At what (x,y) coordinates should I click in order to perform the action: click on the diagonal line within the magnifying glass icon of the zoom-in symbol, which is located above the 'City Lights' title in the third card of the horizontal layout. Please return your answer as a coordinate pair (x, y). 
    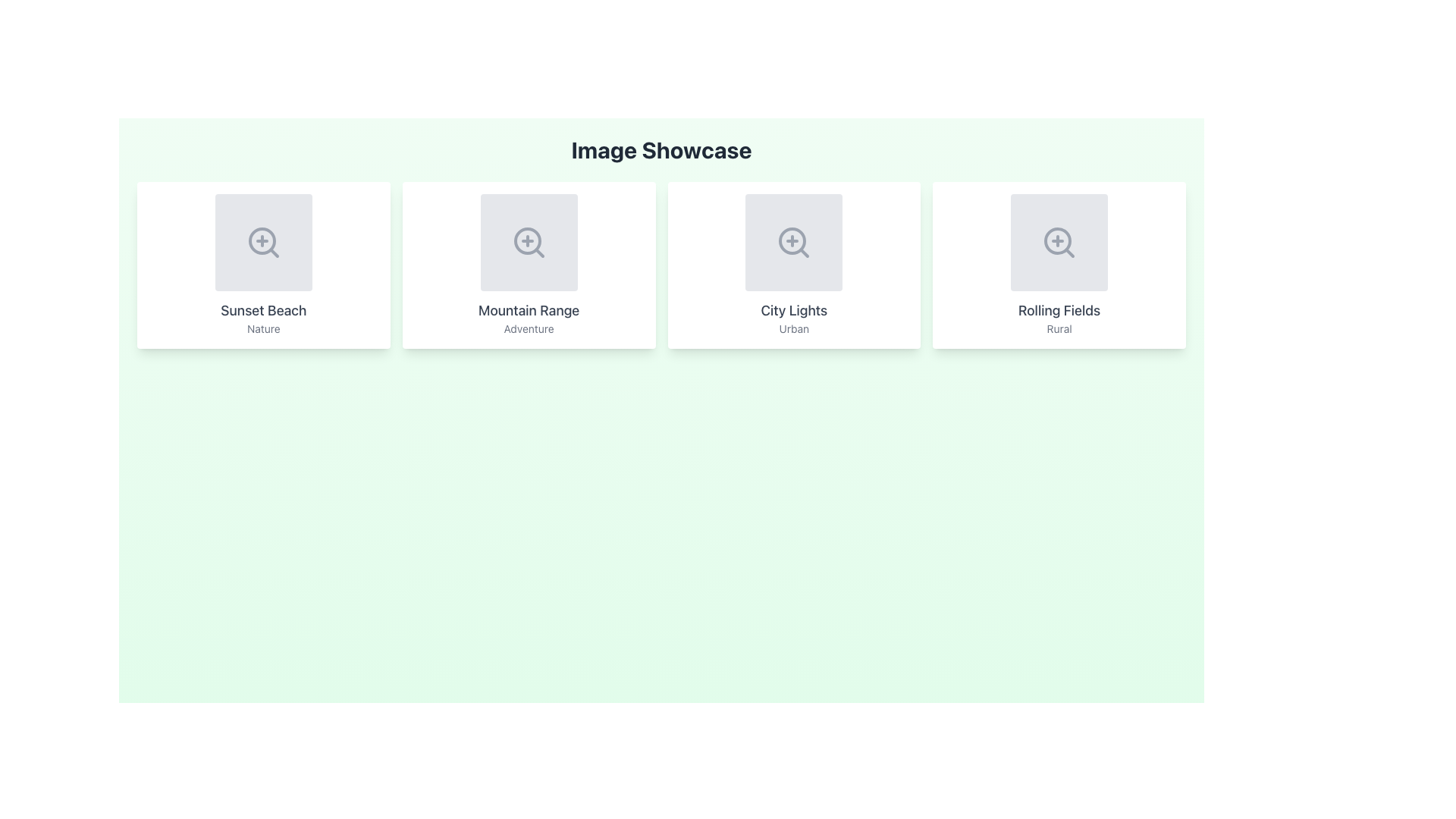
    Looking at the image, I should click on (803, 252).